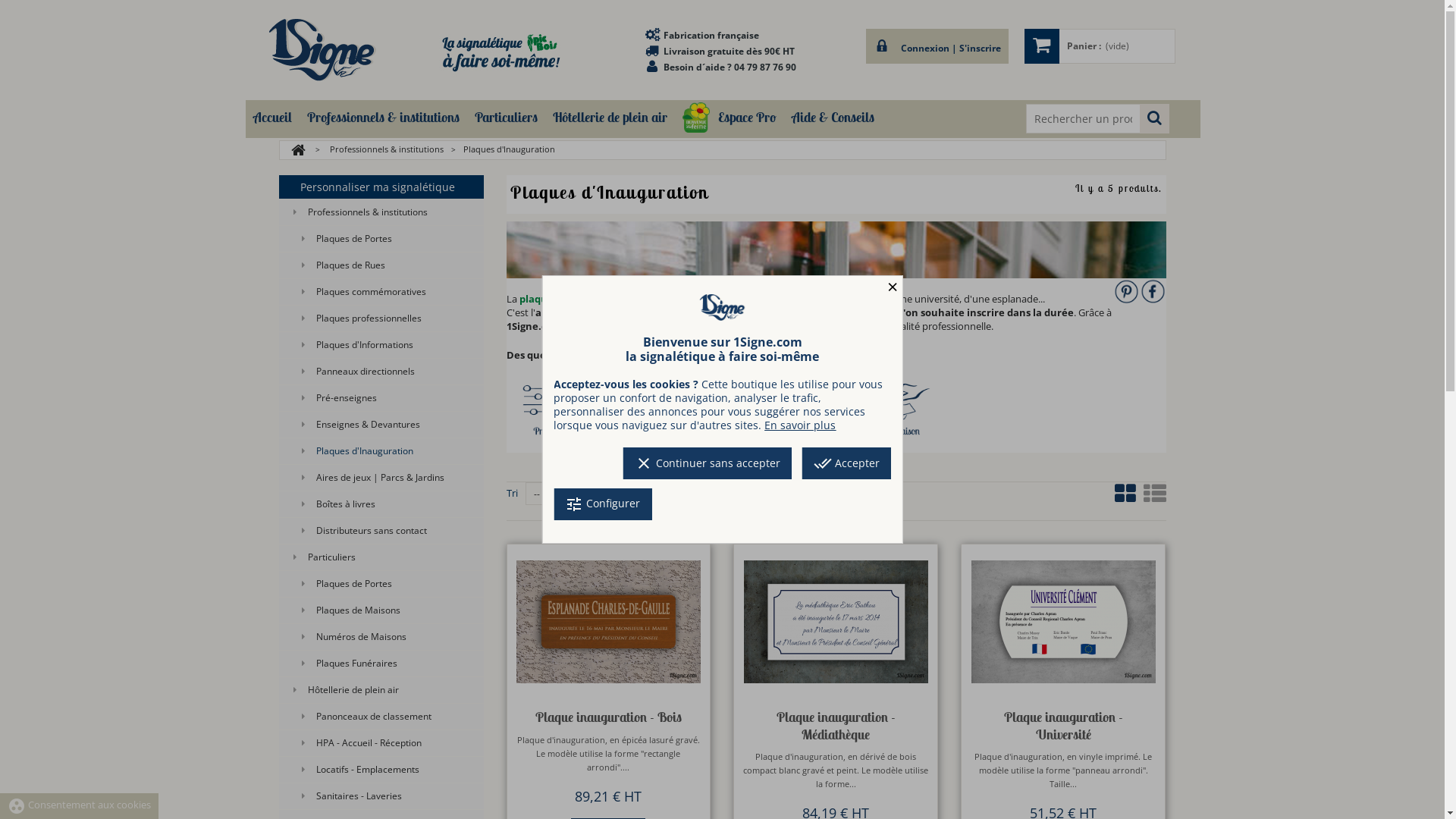 This screenshot has height=819, width=1456. I want to click on 'Plaques professionnelles', so click(381, 318).